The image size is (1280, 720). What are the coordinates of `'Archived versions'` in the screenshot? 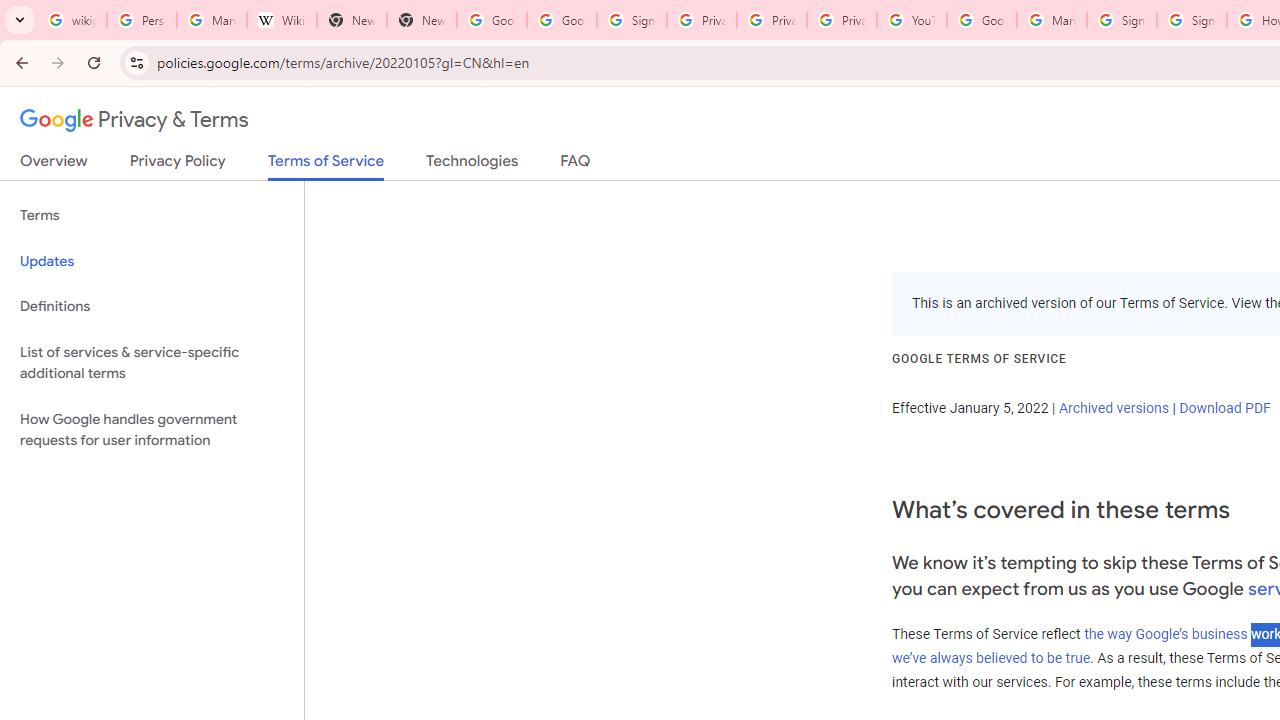 It's located at (1112, 406).